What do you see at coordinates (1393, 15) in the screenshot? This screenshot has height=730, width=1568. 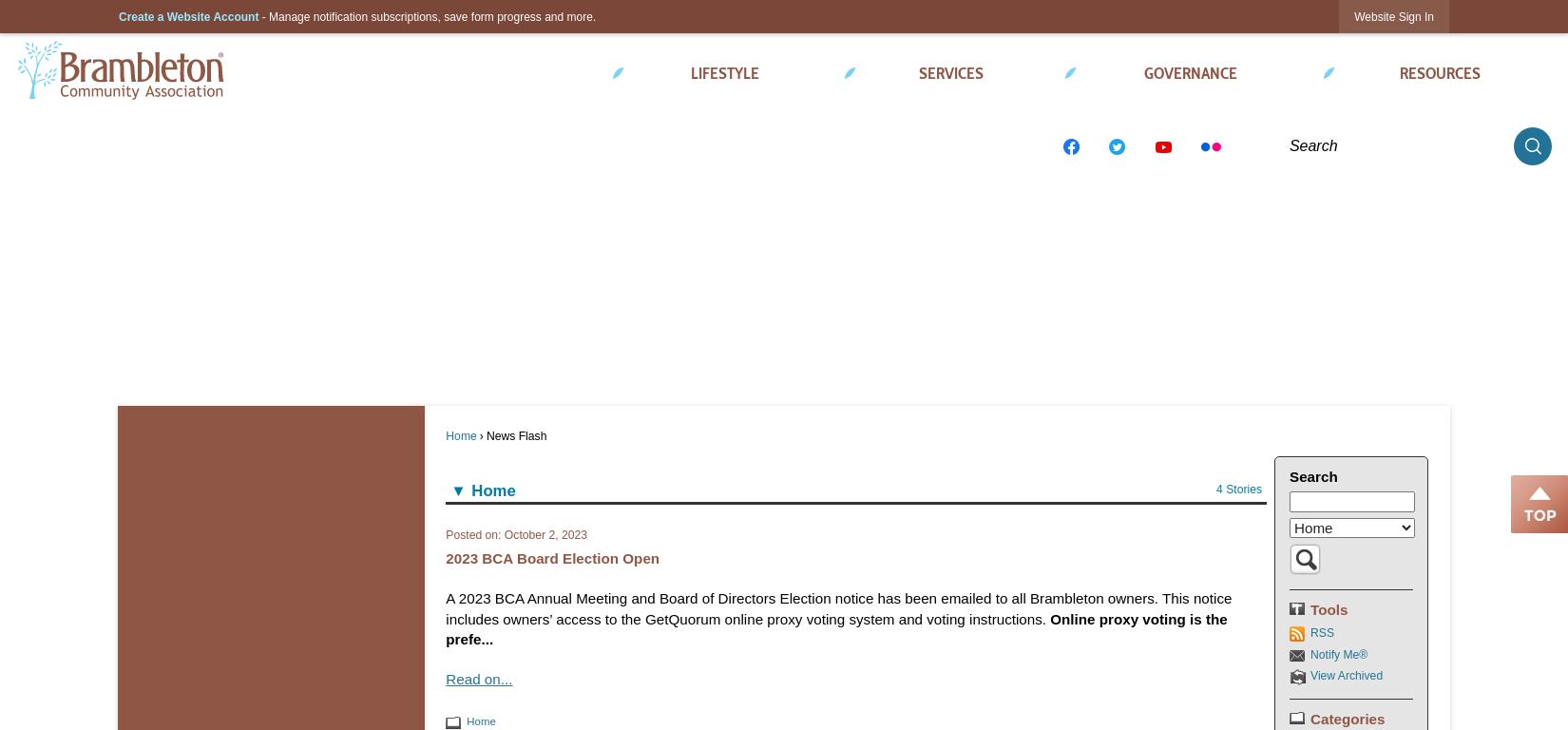 I see `'Website Sign In'` at bounding box center [1393, 15].